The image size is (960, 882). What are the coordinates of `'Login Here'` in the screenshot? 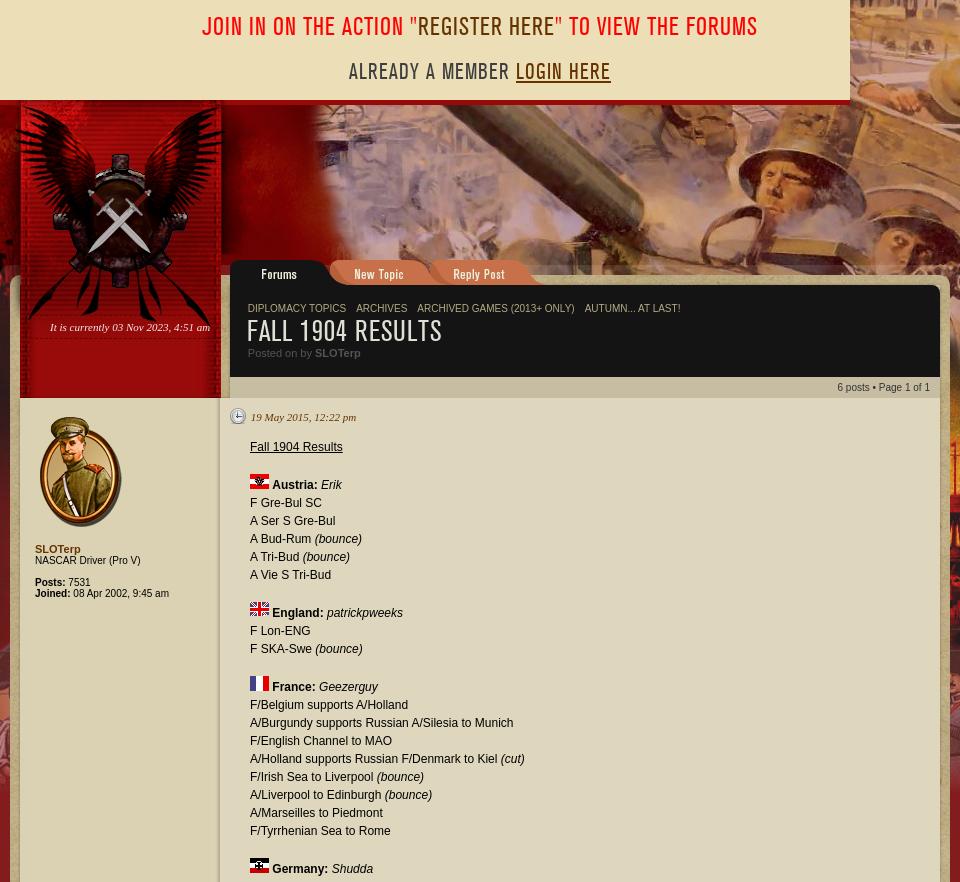 It's located at (563, 71).